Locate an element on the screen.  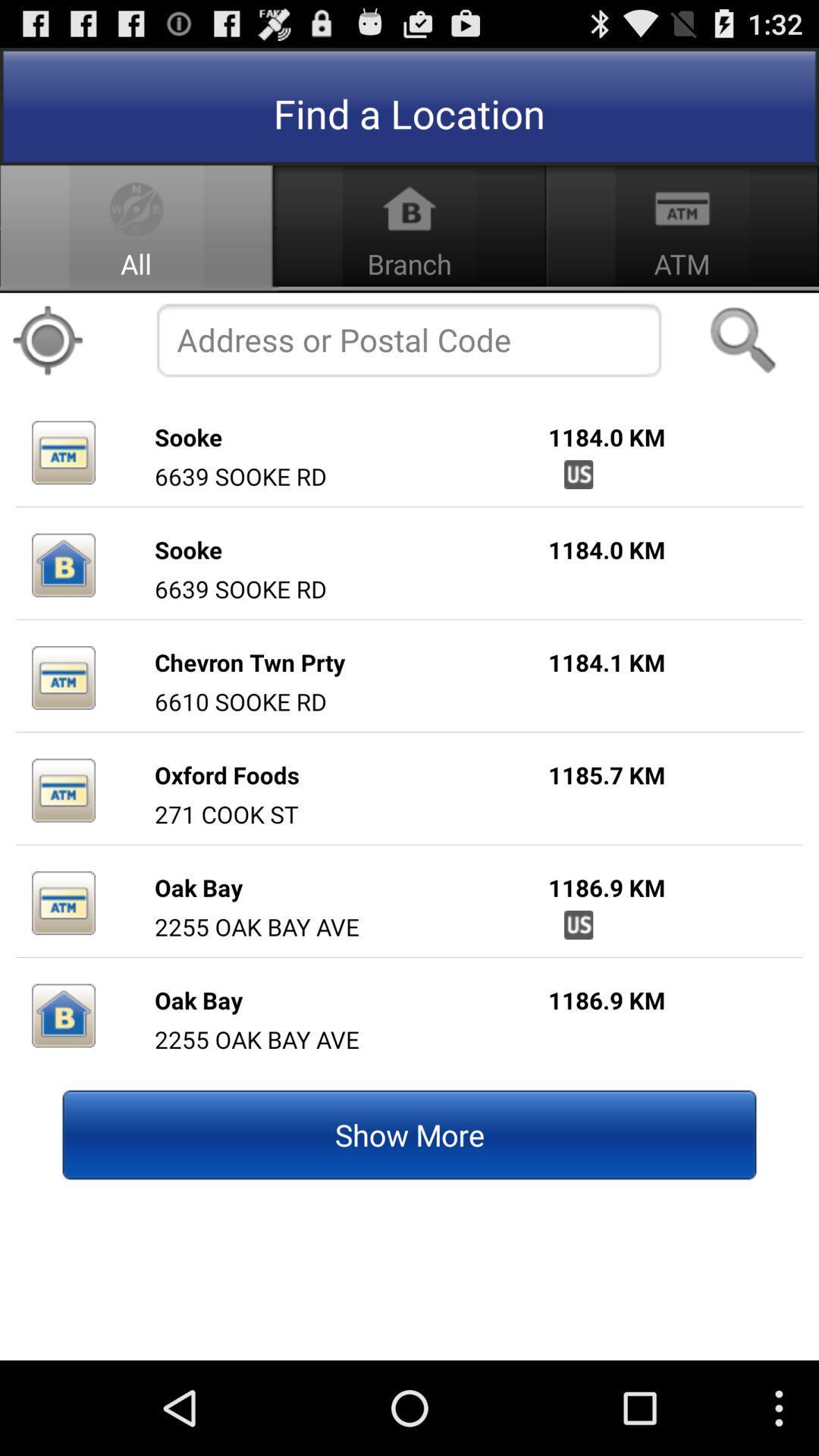
item to the left of all app is located at coordinates (46, 340).